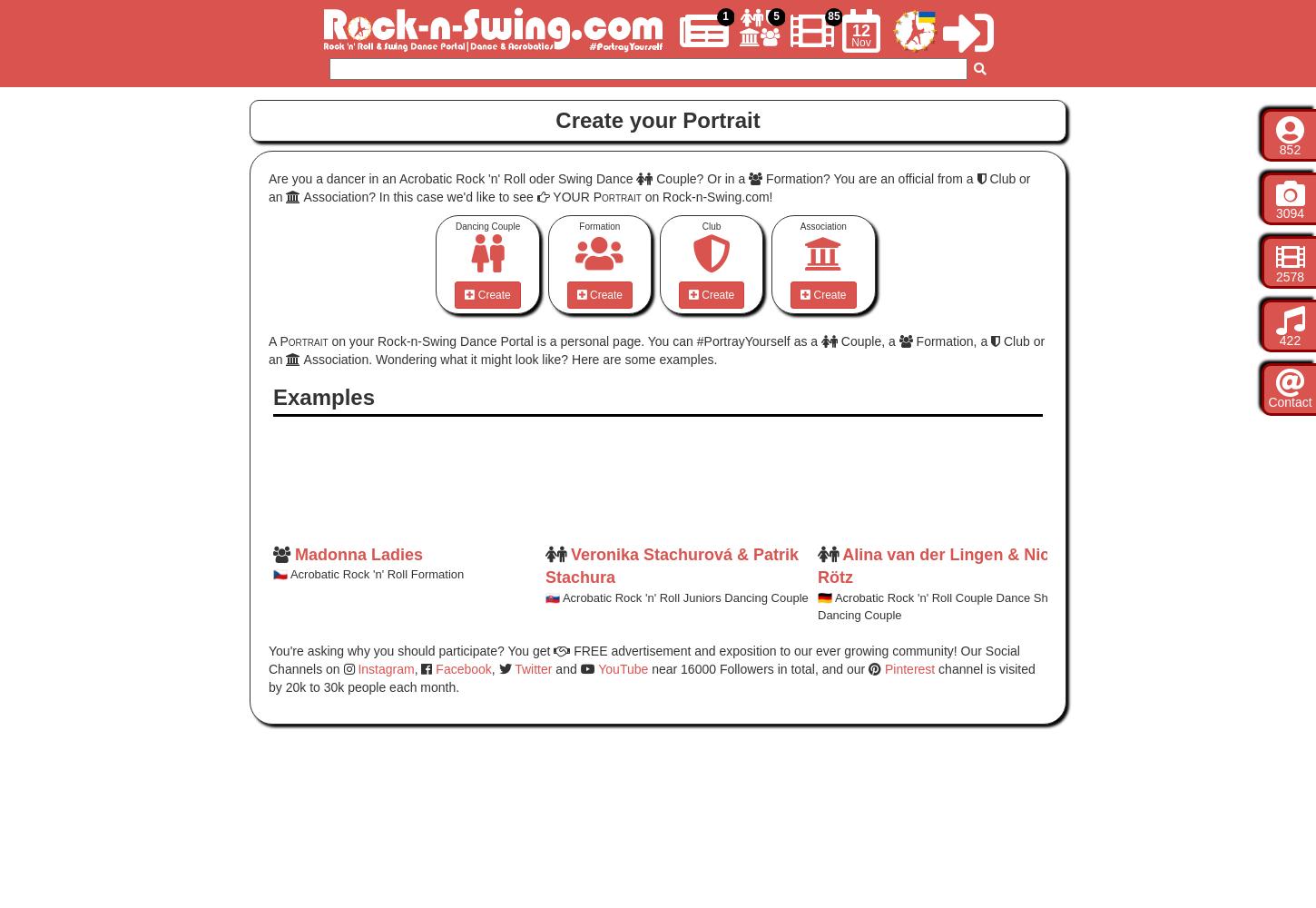 The image size is (1316, 908). I want to click on 'Ecktown-Team', so click(1111, 553).